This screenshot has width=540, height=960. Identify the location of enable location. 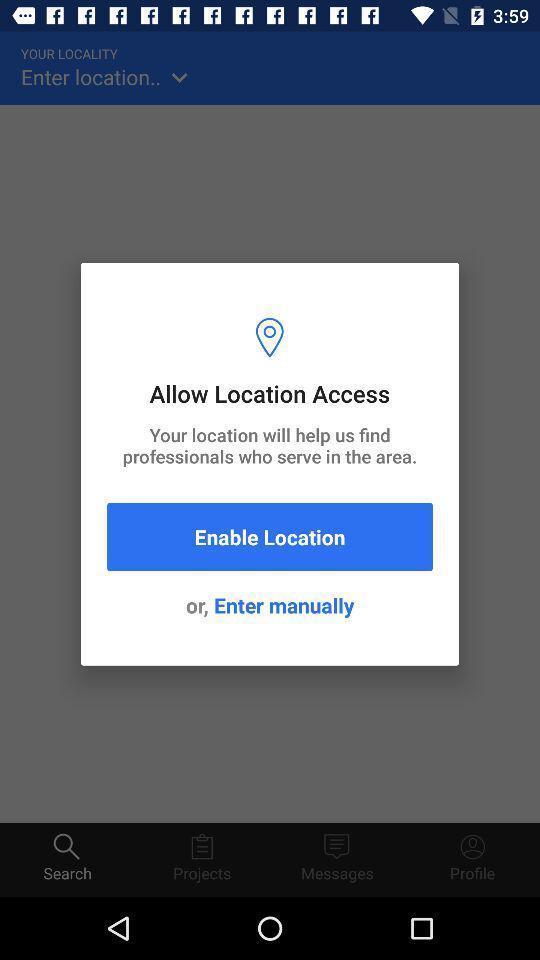
(270, 536).